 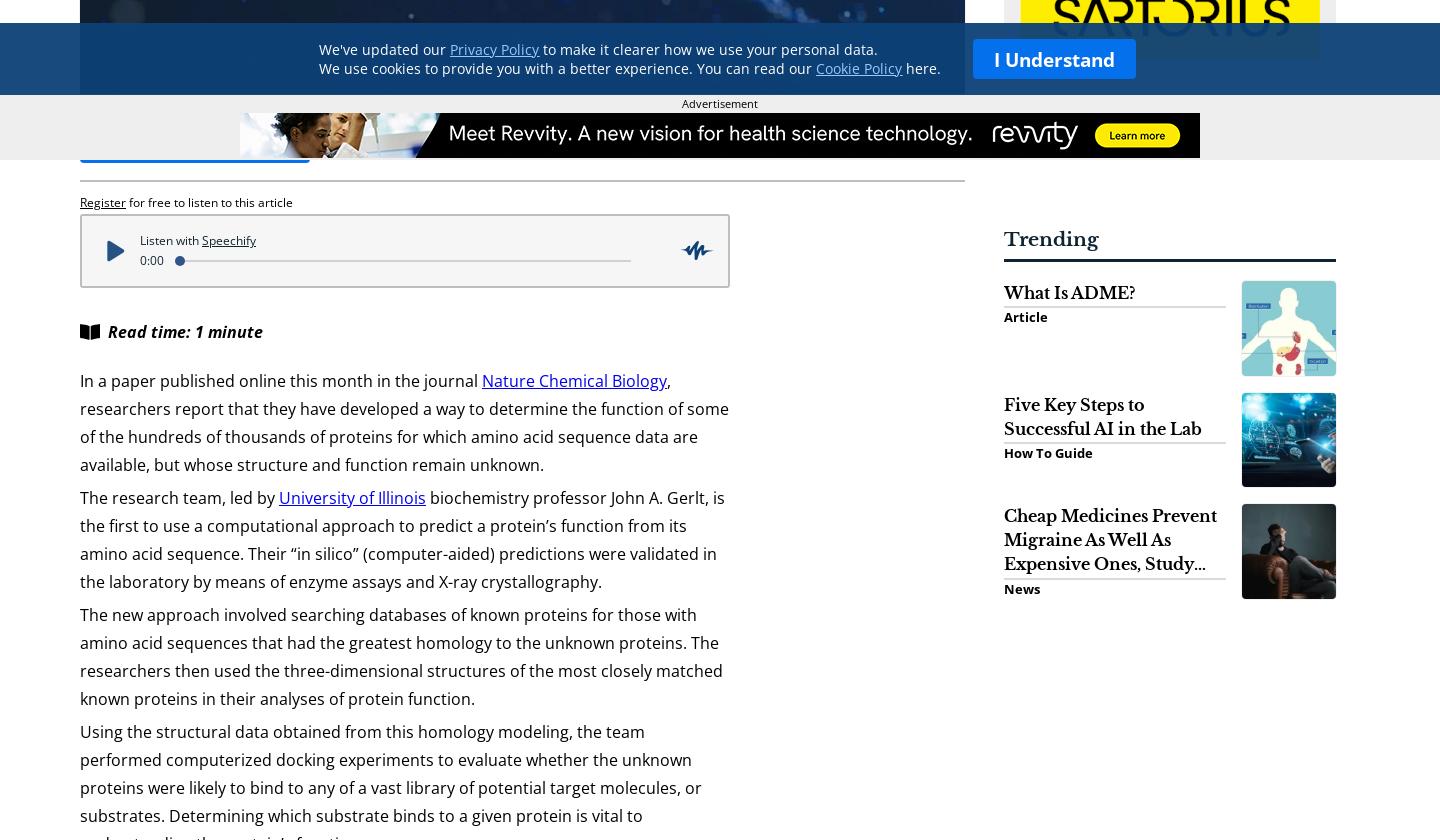 What do you see at coordinates (708, 49) in the screenshot?
I see `'to make it clearer how we use your personal data.'` at bounding box center [708, 49].